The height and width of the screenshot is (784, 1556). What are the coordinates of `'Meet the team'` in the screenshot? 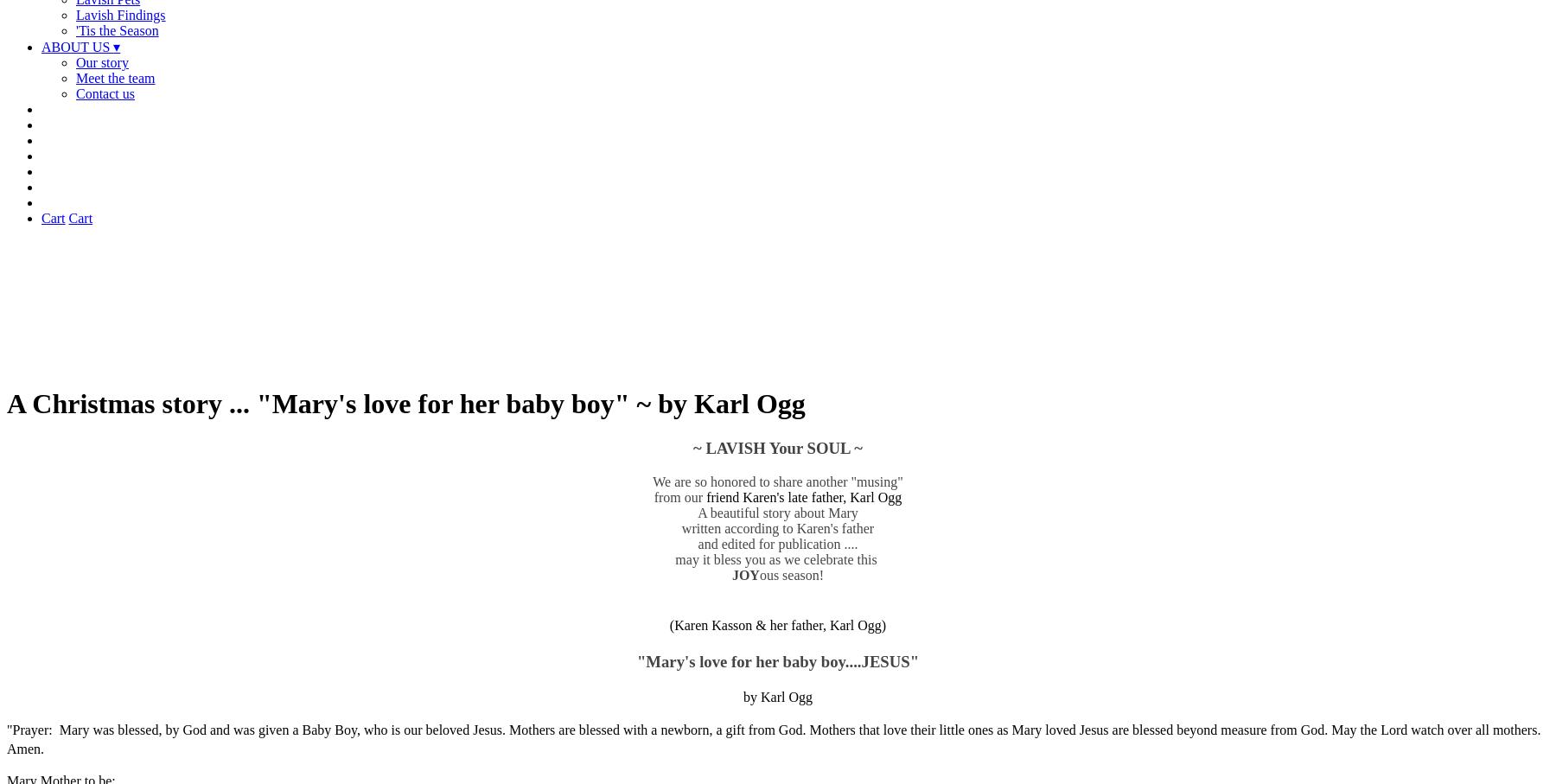 It's located at (115, 77).